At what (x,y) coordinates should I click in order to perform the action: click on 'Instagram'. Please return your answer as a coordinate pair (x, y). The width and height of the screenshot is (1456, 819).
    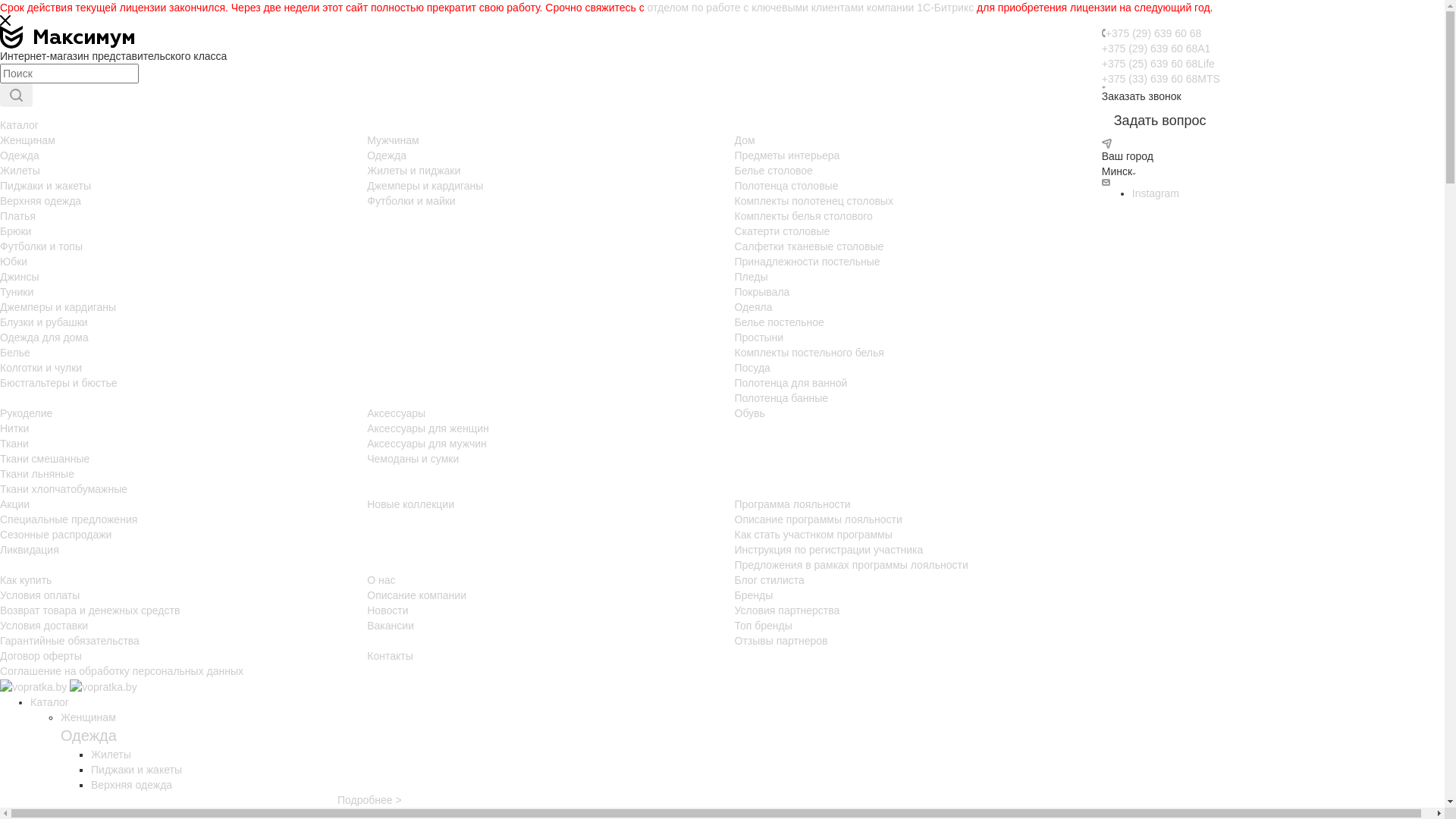
    Looking at the image, I should click on (1154, 192).